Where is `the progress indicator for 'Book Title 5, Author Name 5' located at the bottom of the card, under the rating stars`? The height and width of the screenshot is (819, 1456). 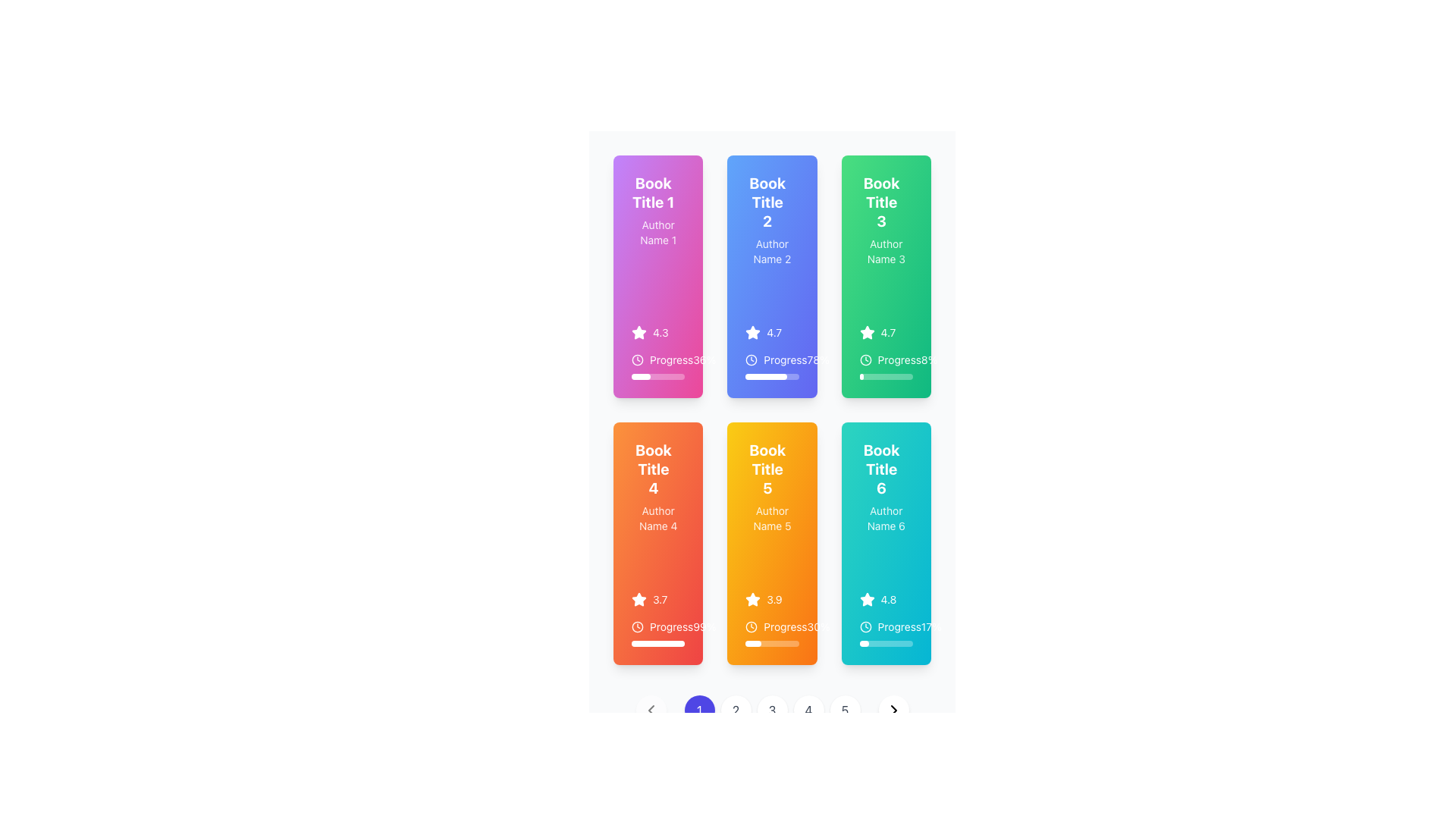 the progress indicator for 'Book Title 5, Author Name 5' located at the bottom of the card, under the rating stars is located at coordinates (772, 632).